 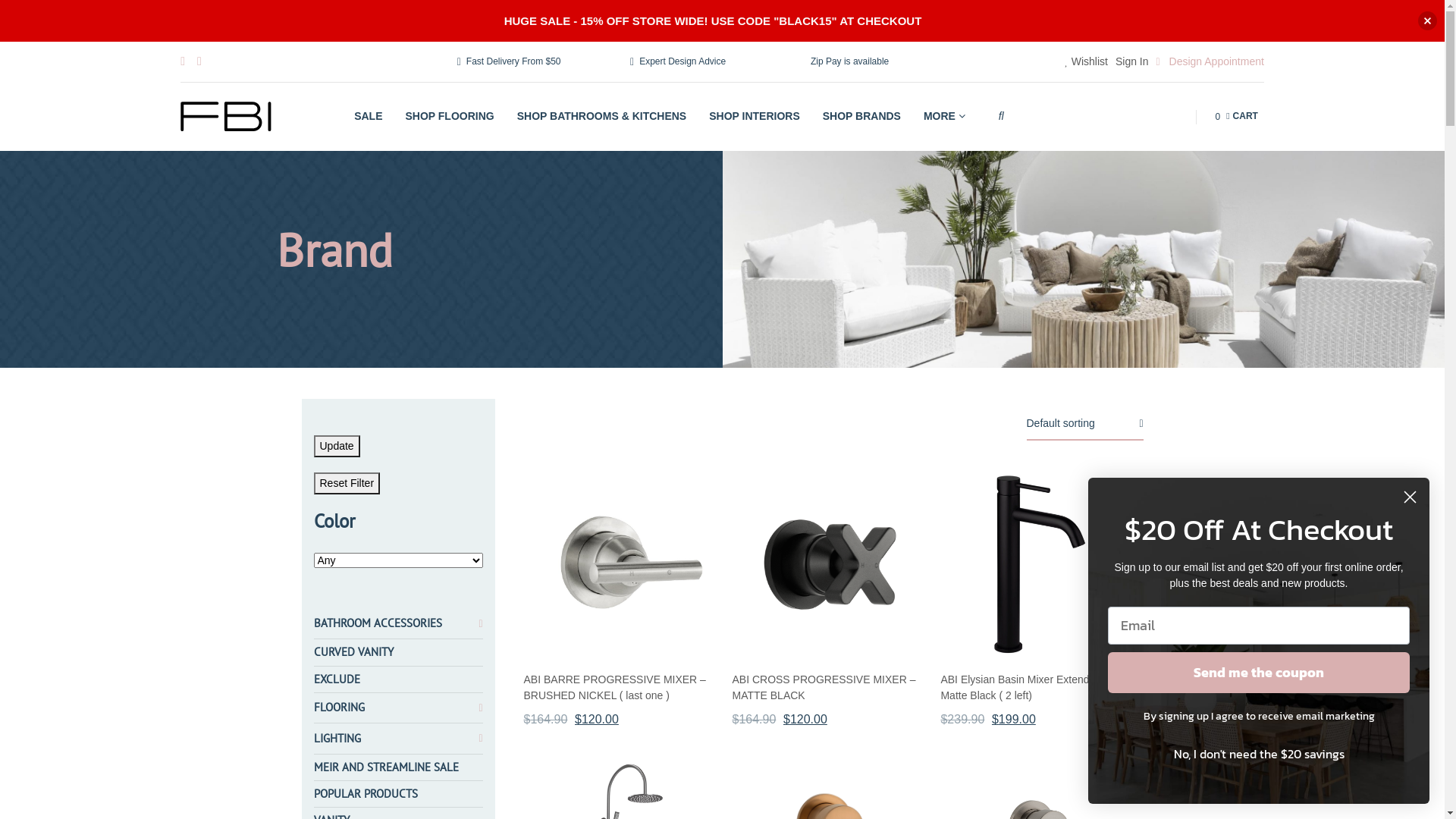 I want to click on 'Flooring Bathrooms Interiors', so click(x=224, y=115).